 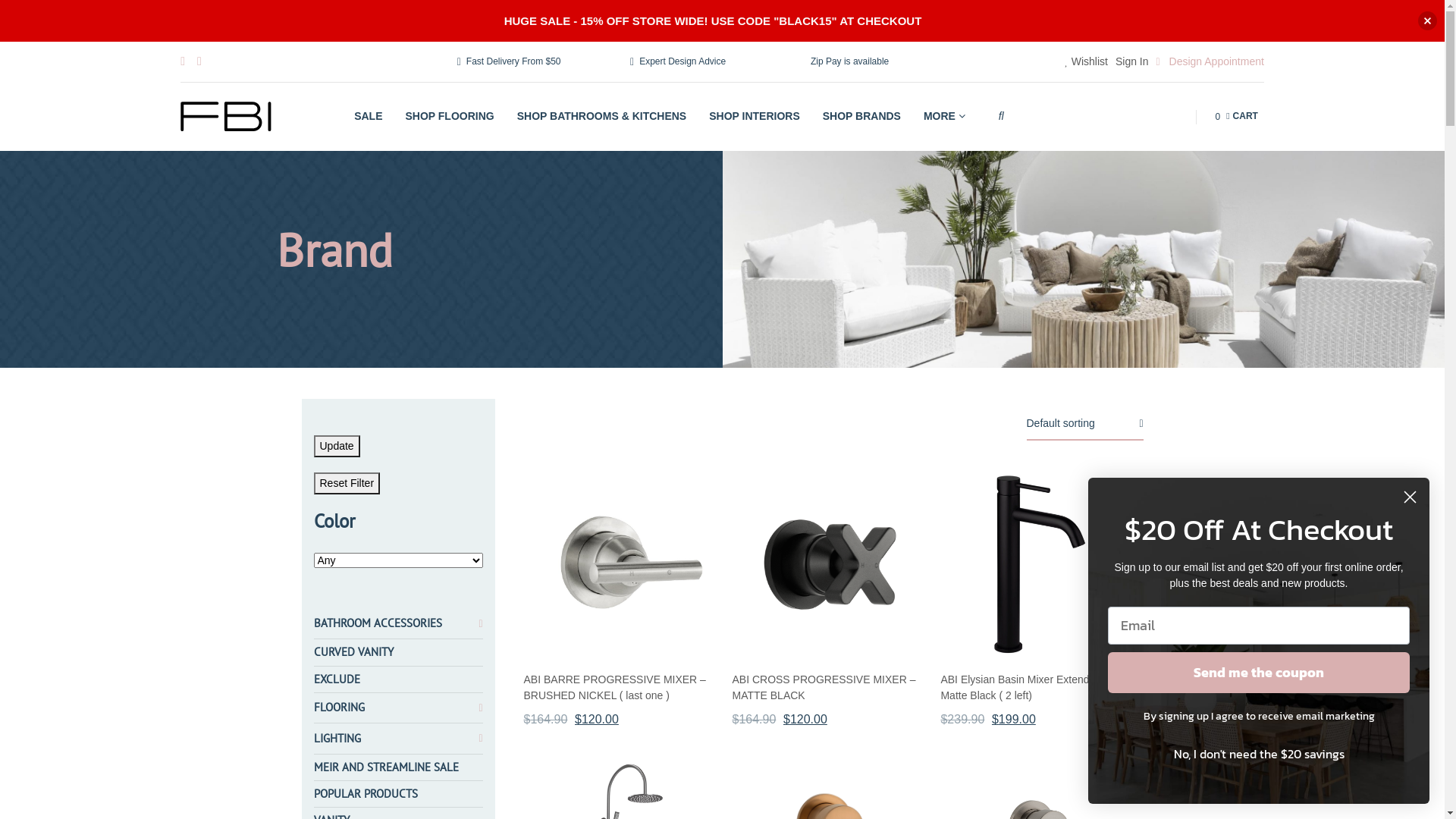 I want to click on 'Flooring Bathrooms Interiors', so click(x=224, y=115).